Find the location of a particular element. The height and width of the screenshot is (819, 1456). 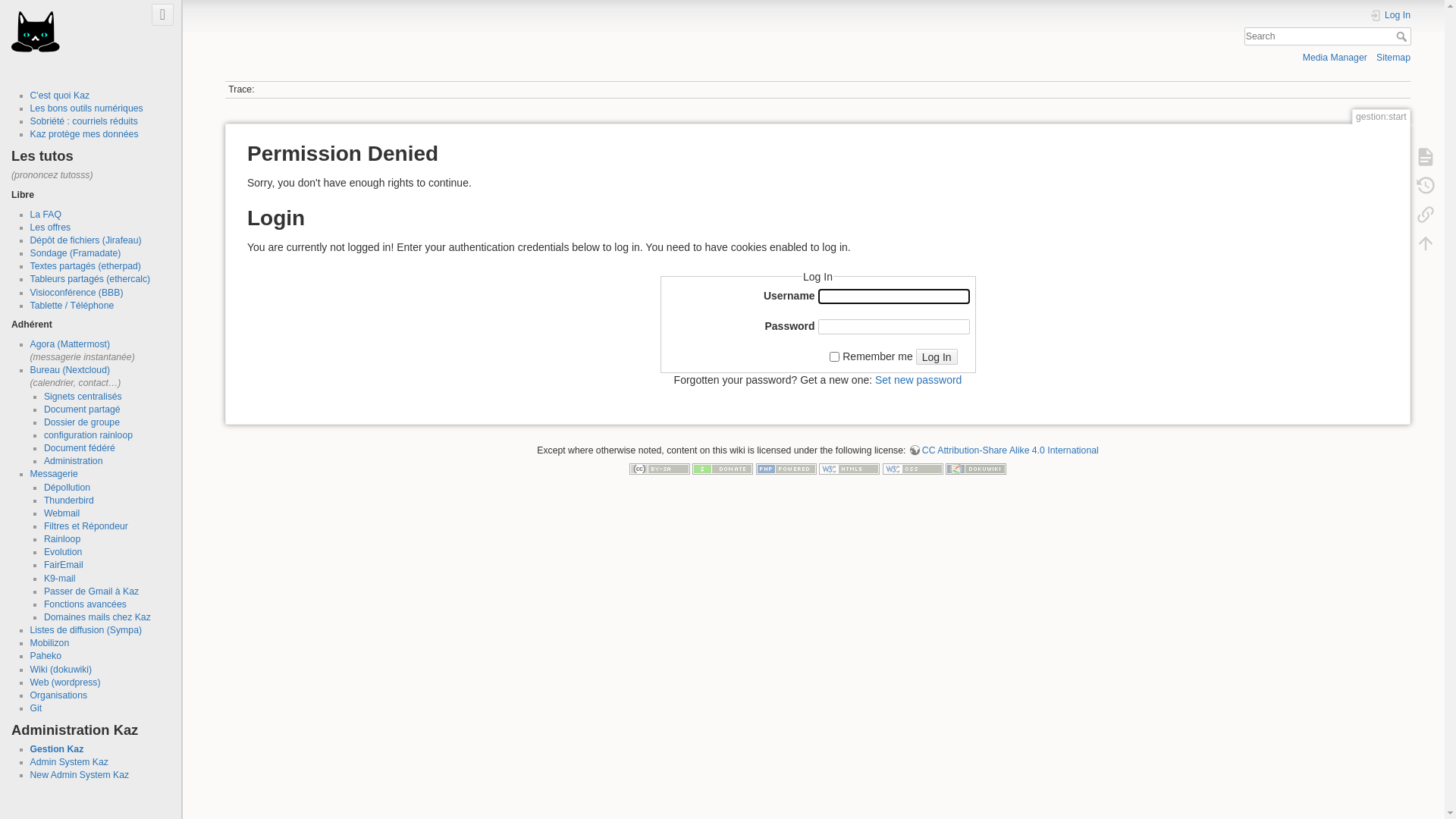

'Valid CSS' is located at coordinates (912, 467).